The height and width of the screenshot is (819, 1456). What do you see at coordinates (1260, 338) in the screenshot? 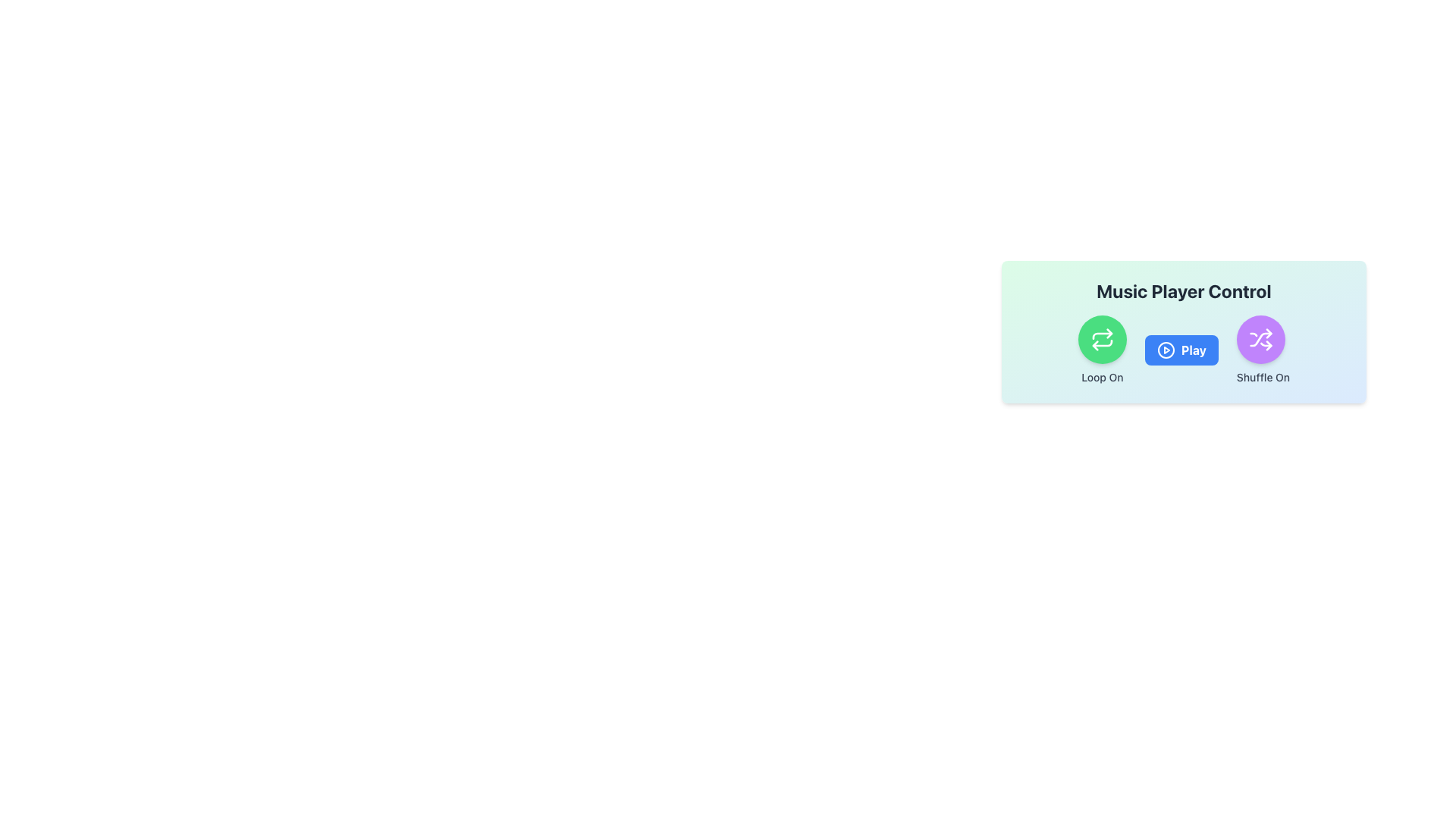
I see `the circular purple button with a white shuffle icon` at bounding box center [1260, 338].